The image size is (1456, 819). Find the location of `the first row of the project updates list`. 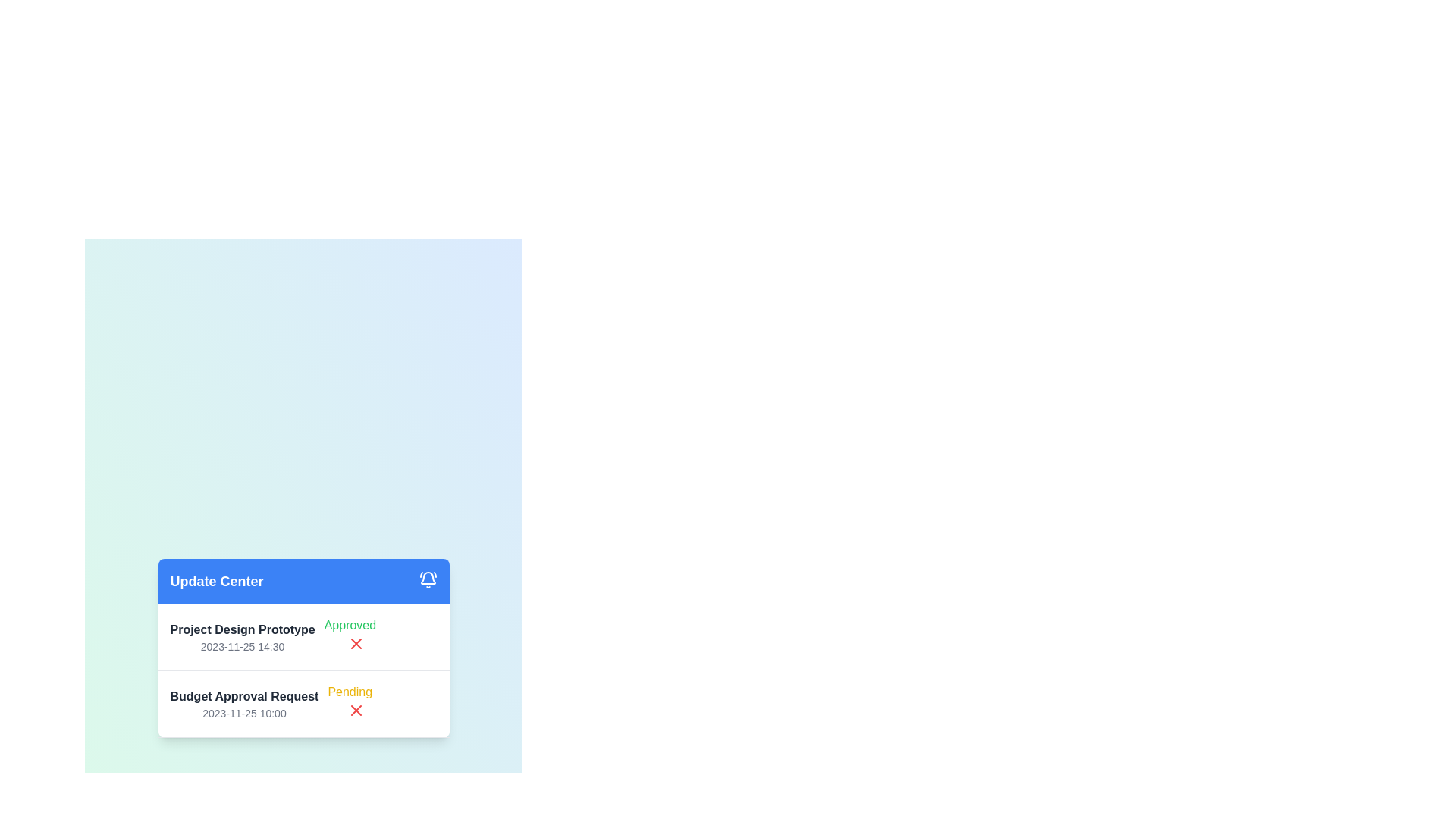

the first row of the project updates list is located at coordinates (303, 637).